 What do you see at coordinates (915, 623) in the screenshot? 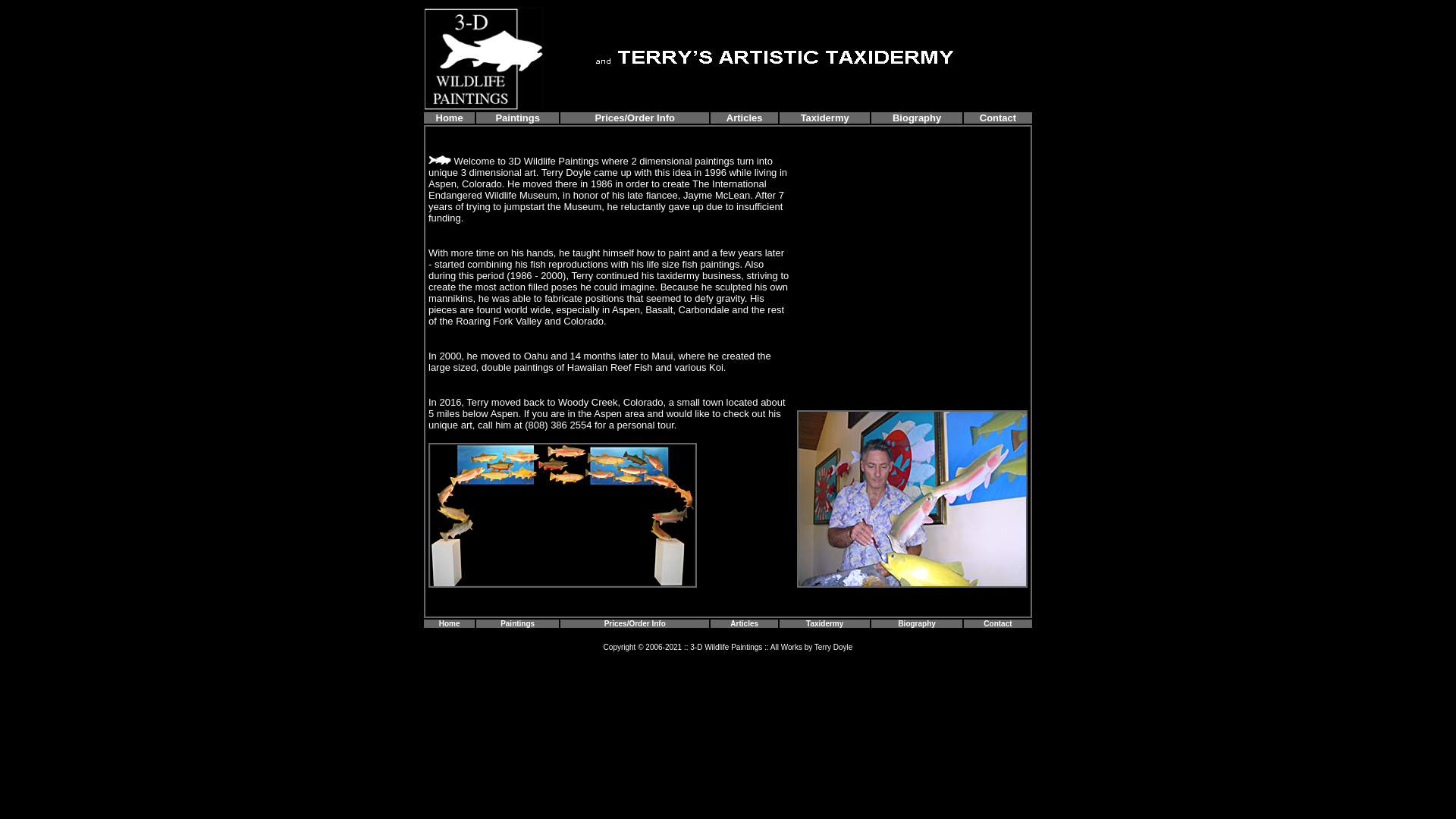
I see `'Biography'` at bounding box center [915, 623].